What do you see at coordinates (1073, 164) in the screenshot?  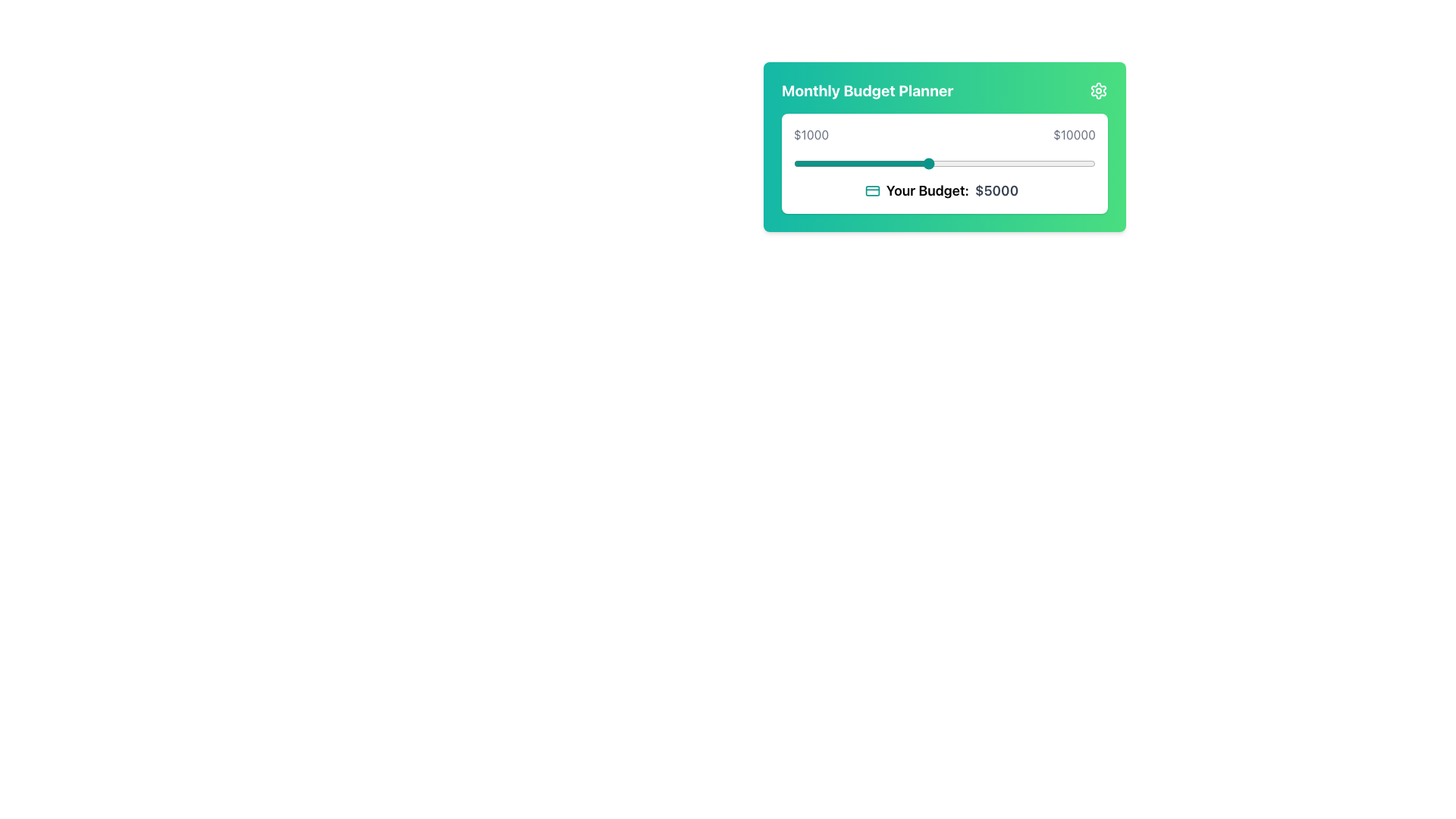 I see `the budget slider` at bounding box center [1073, 164].